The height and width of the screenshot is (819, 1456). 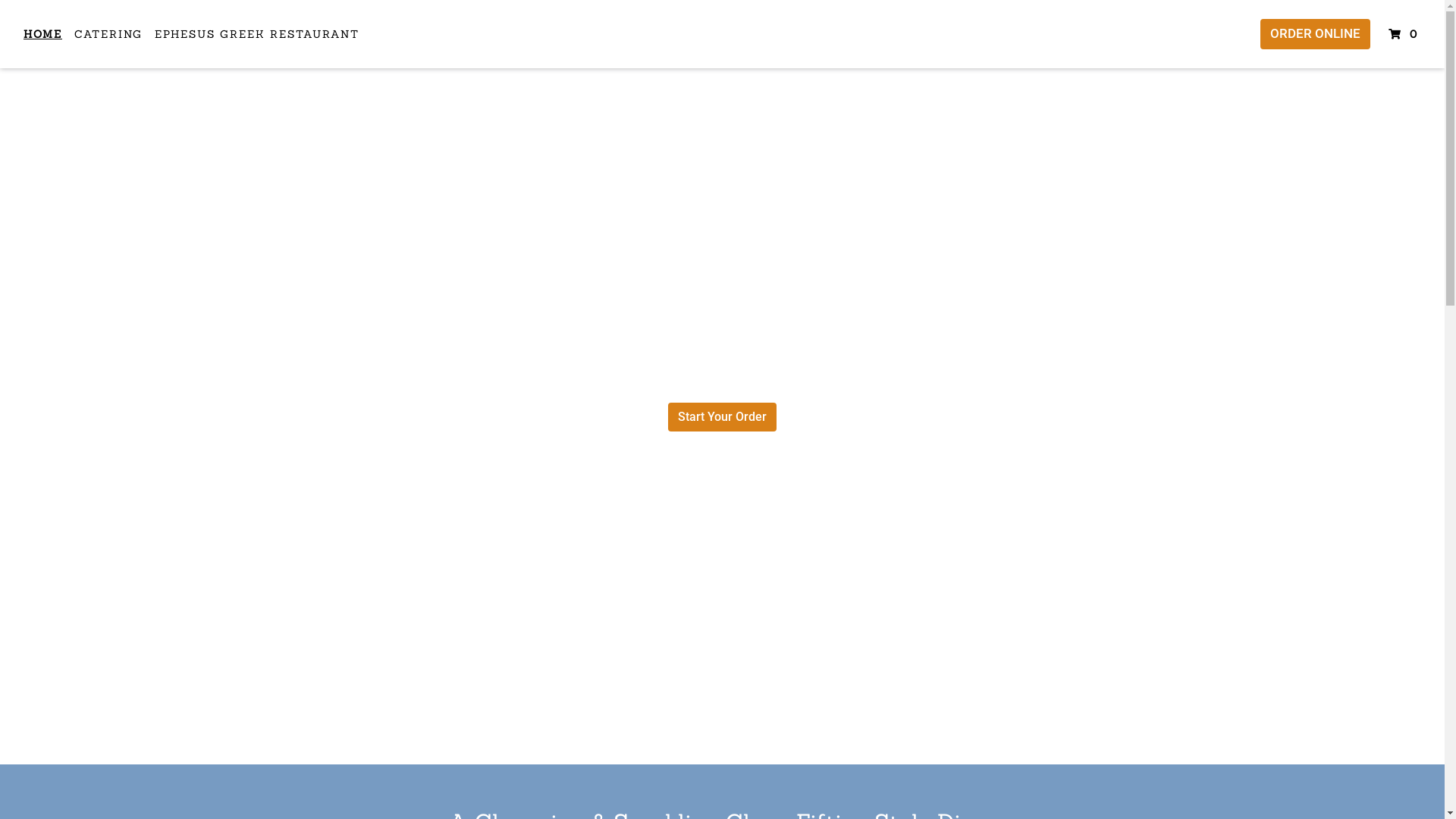 What do you see at coordinates (1404, 33) in the screenshot?
I see `'0` at bounding box center [1404, 33].